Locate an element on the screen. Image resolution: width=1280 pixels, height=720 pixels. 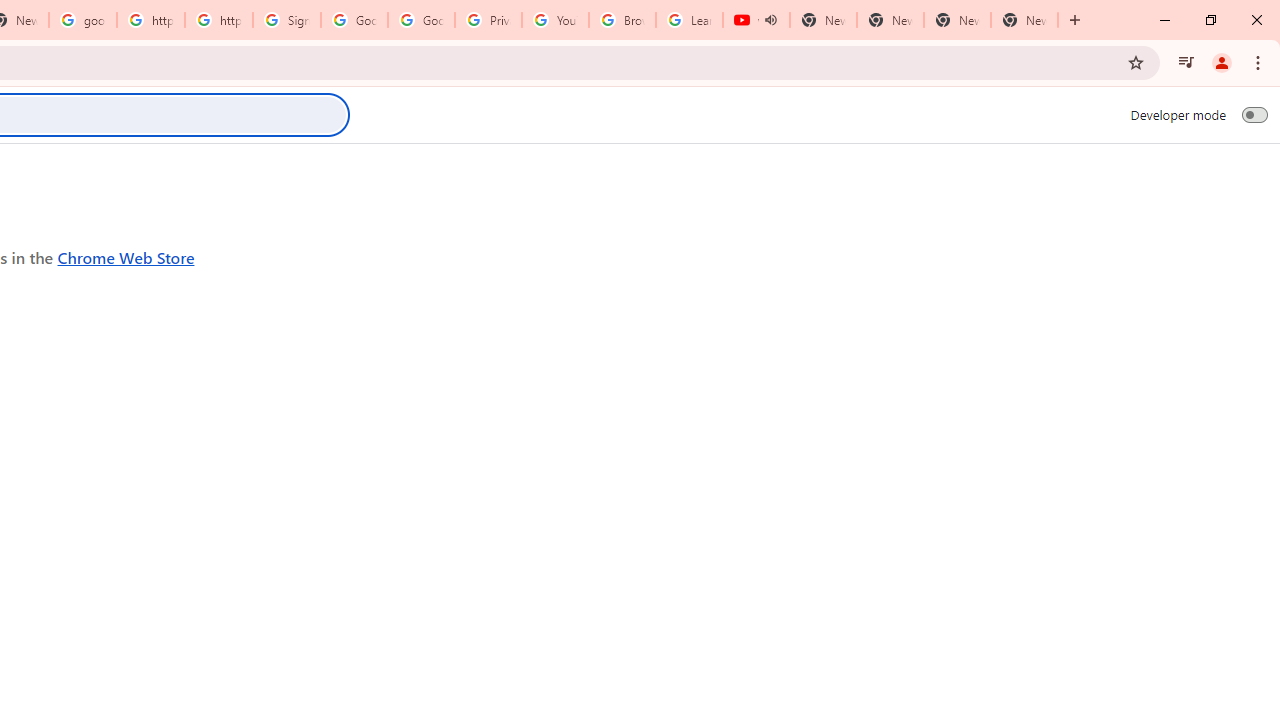
'Sign in - Google Accounts' is located at coordinates (286, 20).